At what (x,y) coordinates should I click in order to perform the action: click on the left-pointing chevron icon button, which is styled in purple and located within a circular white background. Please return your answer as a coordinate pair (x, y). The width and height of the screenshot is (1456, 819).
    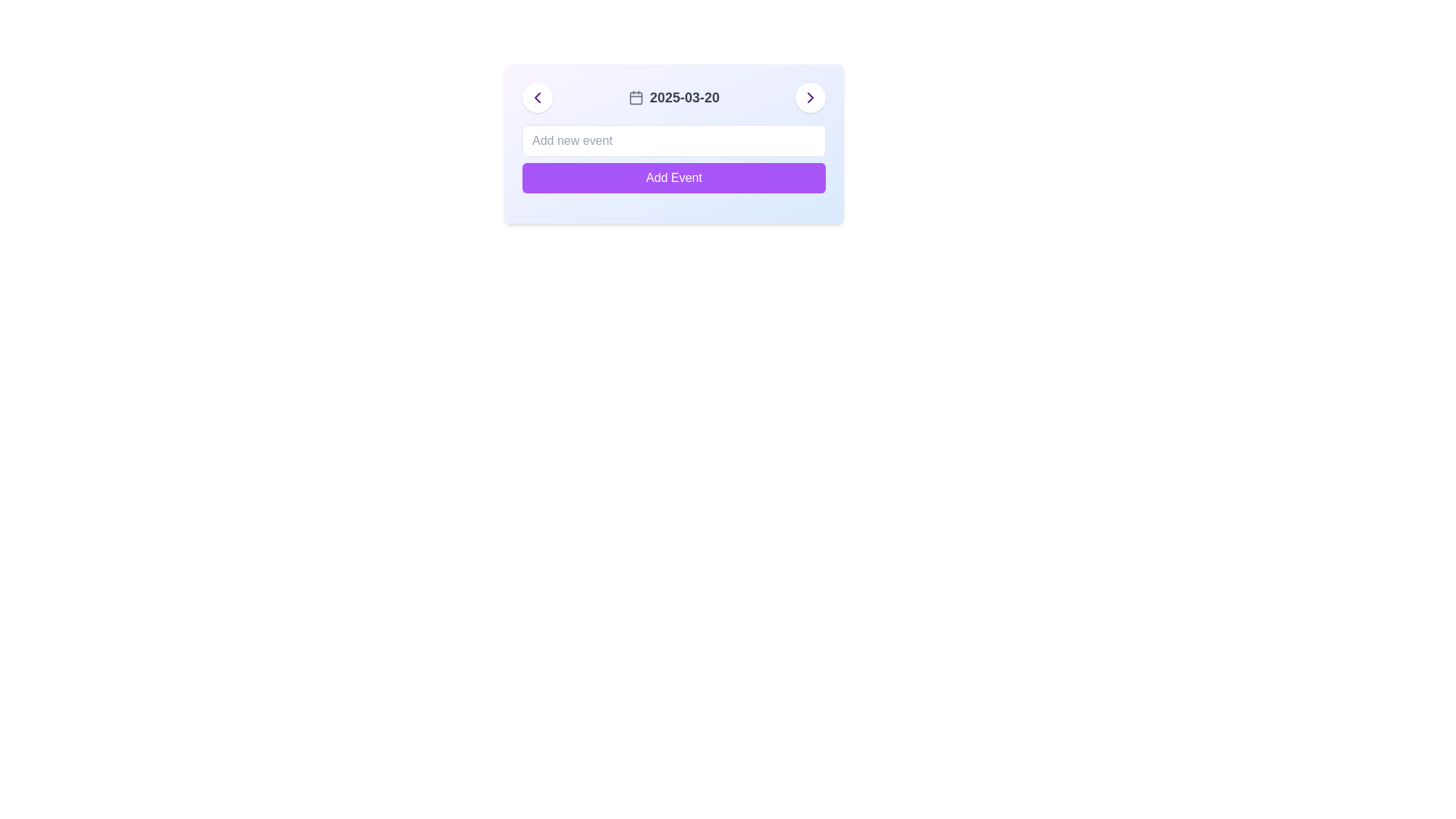
    Looking at the image, I should click on (538, 97).